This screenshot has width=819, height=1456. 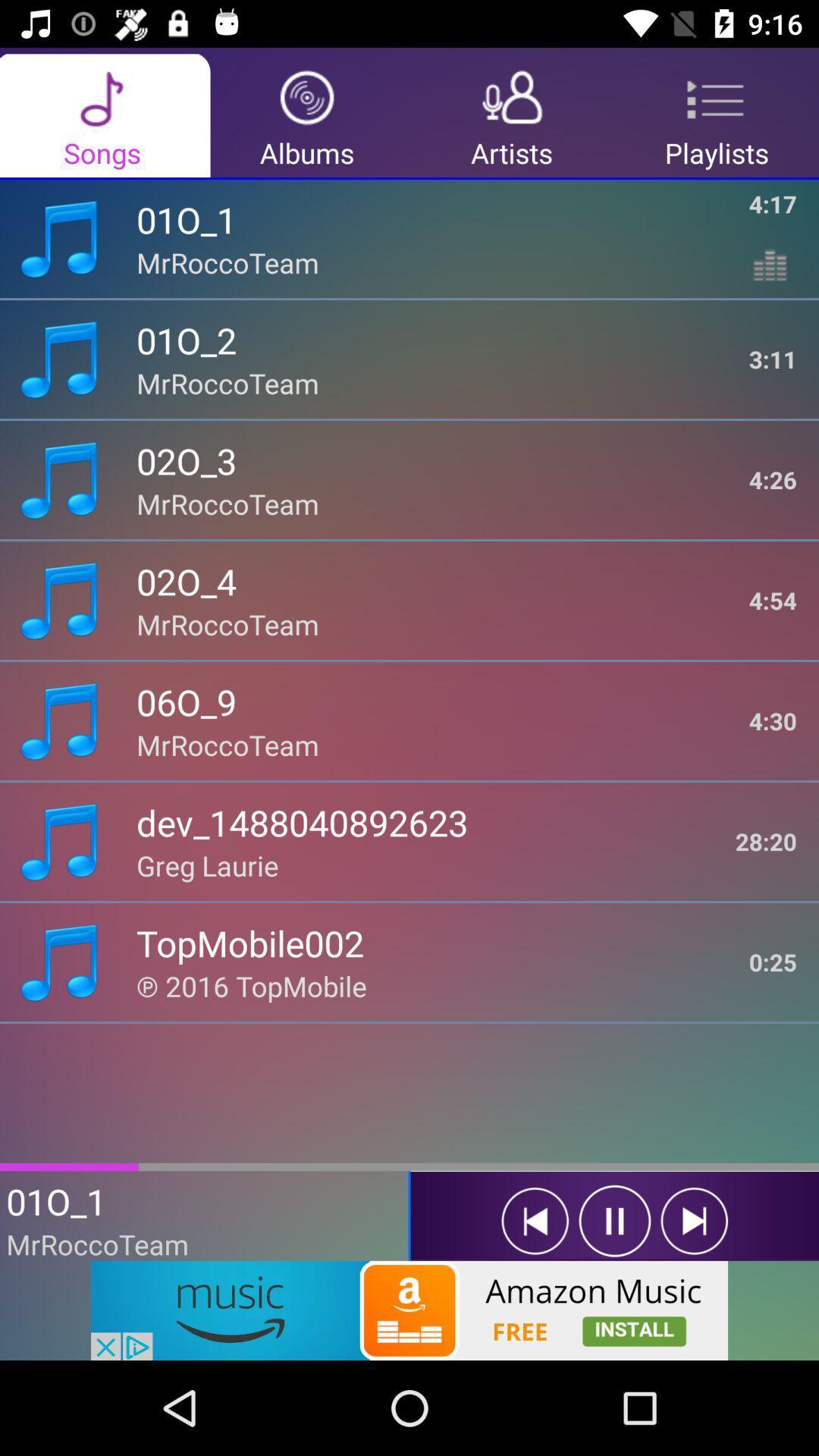 What do you see at coordinates (694, 1221) in the screenshot?
I see `forward` at bounding box center [694, 1221].